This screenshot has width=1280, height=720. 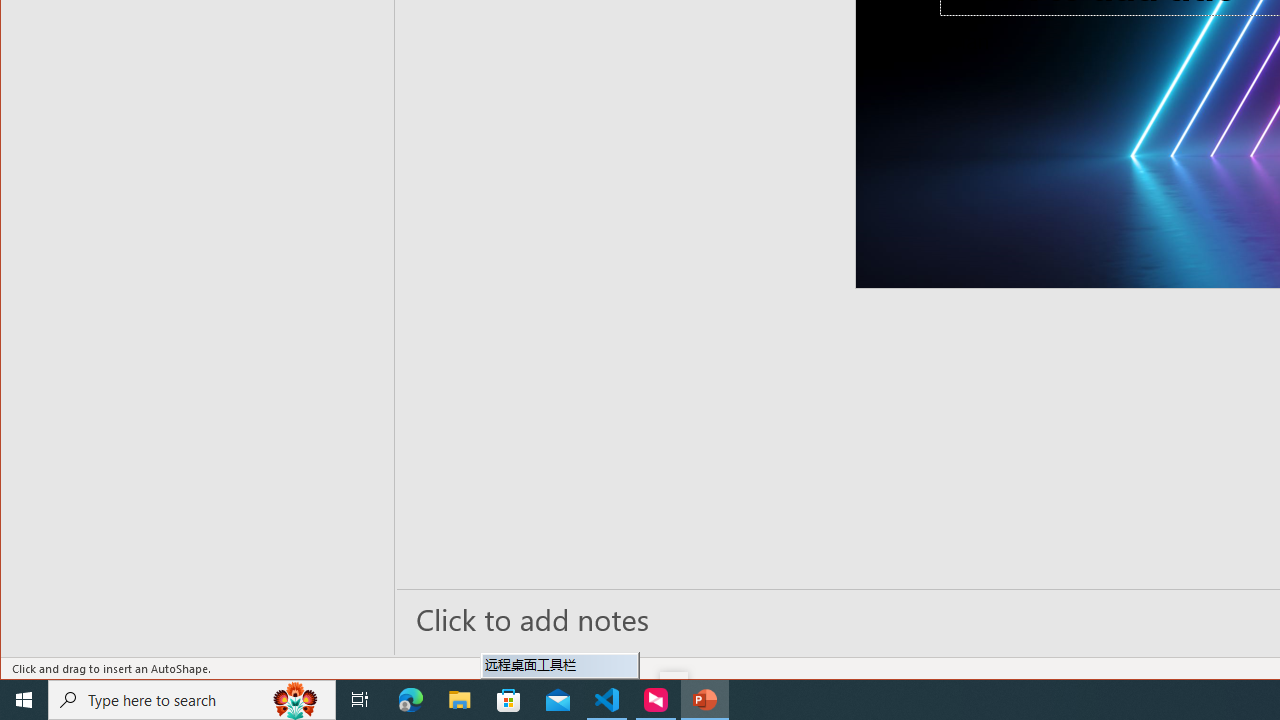 What do you see at coordinates (410, 698) in the screenshot?
I see `'Microsoft Edge'` at bounding box center [410, 698].